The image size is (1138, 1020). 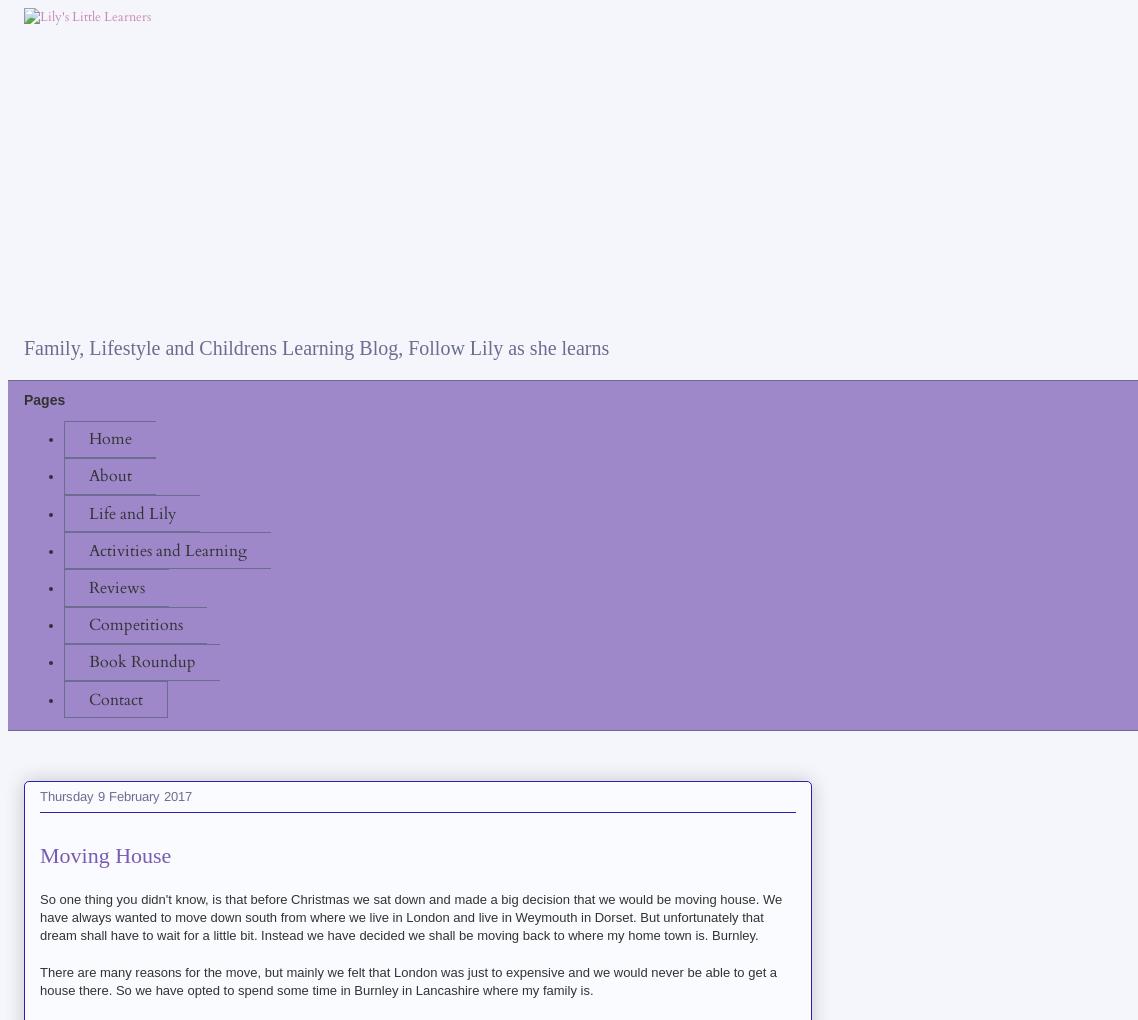 I want to click on 'Moving House', so click(x=104, y=854).